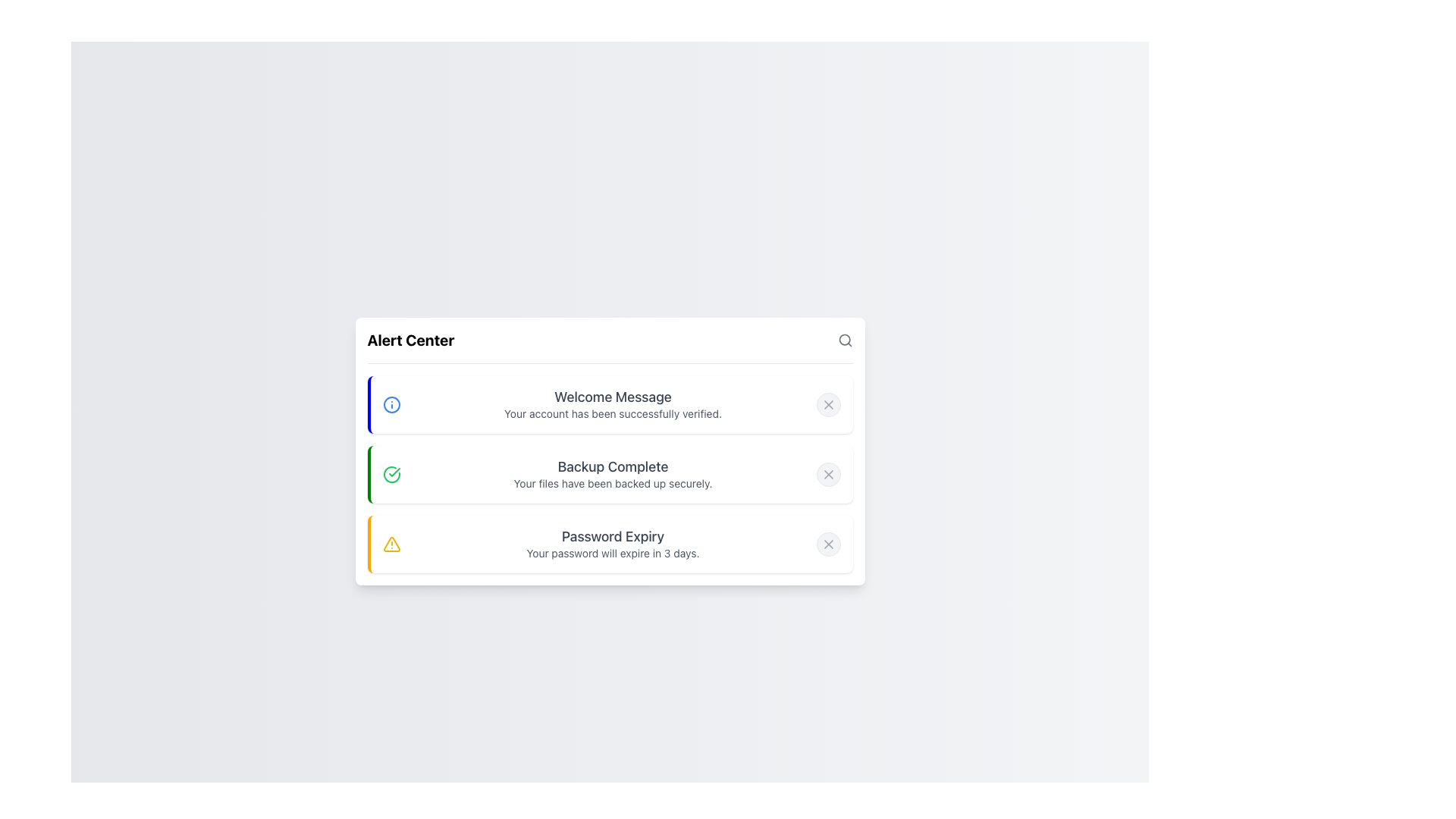  What do you see at coordinates (827, 403) in the screenshot?
I see `the circular button with a gray border and 'X' icon located in the upper right corner of the 'Welcome Message' notification box` at bounding box center [827, 403].